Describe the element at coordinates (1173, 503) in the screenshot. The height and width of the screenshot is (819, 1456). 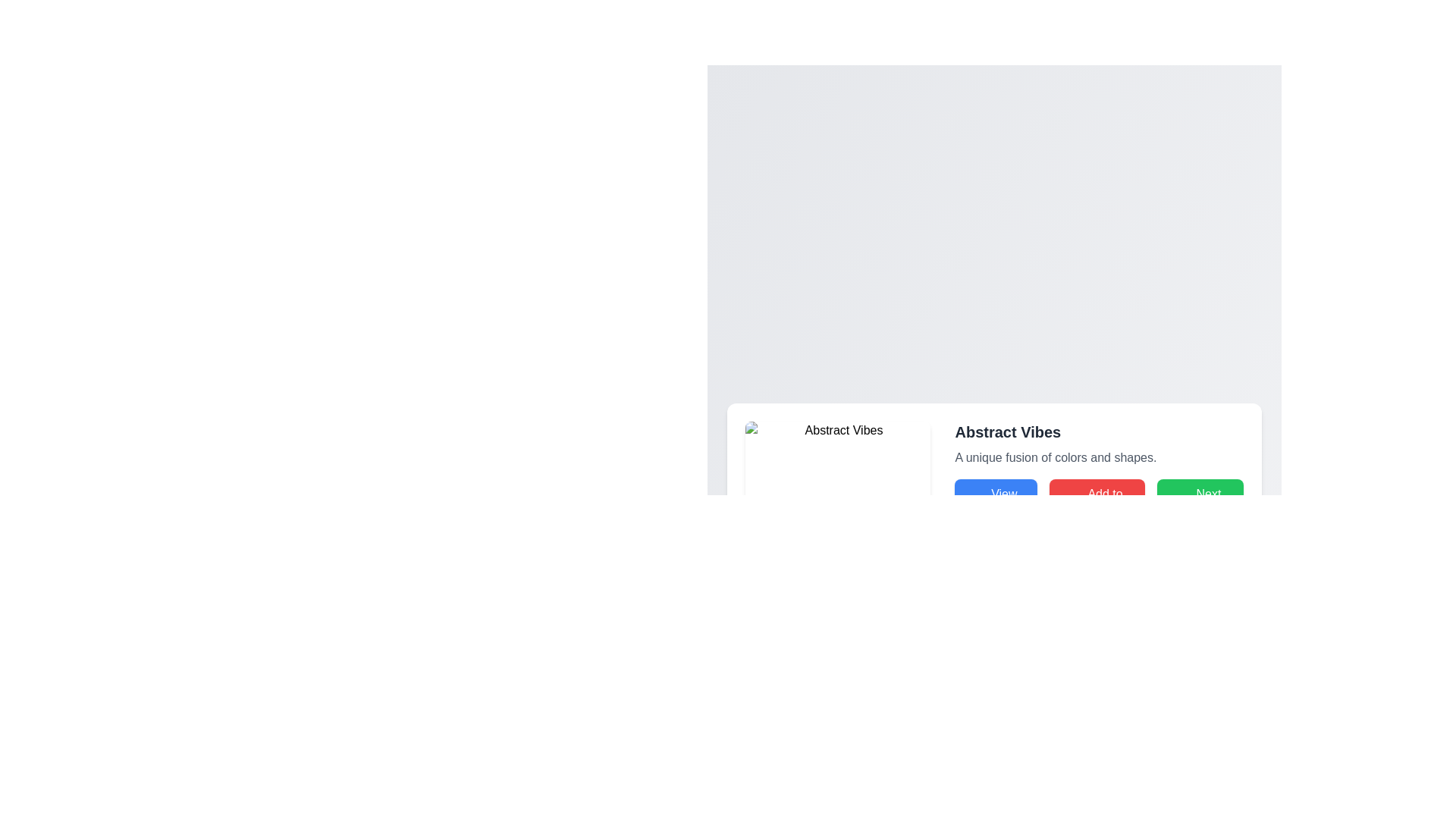
I see `the 'Next Artwork' button icon, which is styled with a green background and located to the left of the text 'Next Artwork'` at that location.